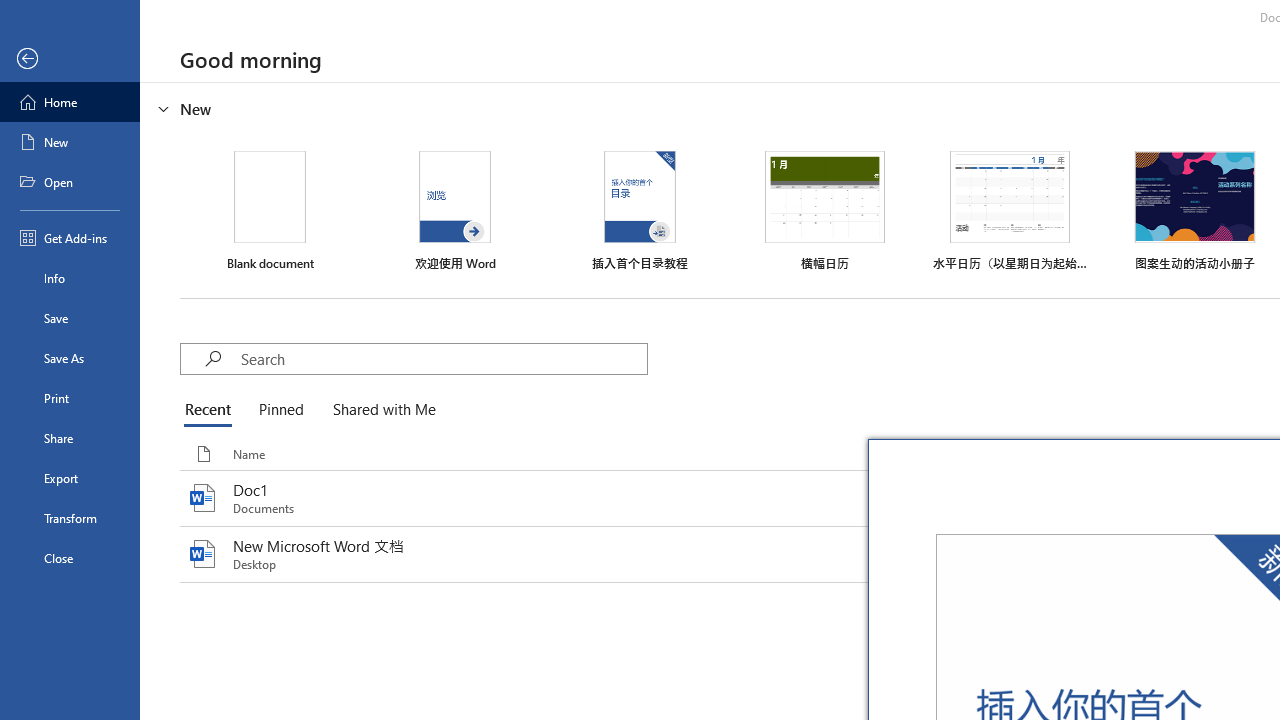 This screenshot has height=720, width=1280. What do you see at coordinates (212, 410) in the screenshot?
I see `'Recent'` at bounding box center [212, 410].